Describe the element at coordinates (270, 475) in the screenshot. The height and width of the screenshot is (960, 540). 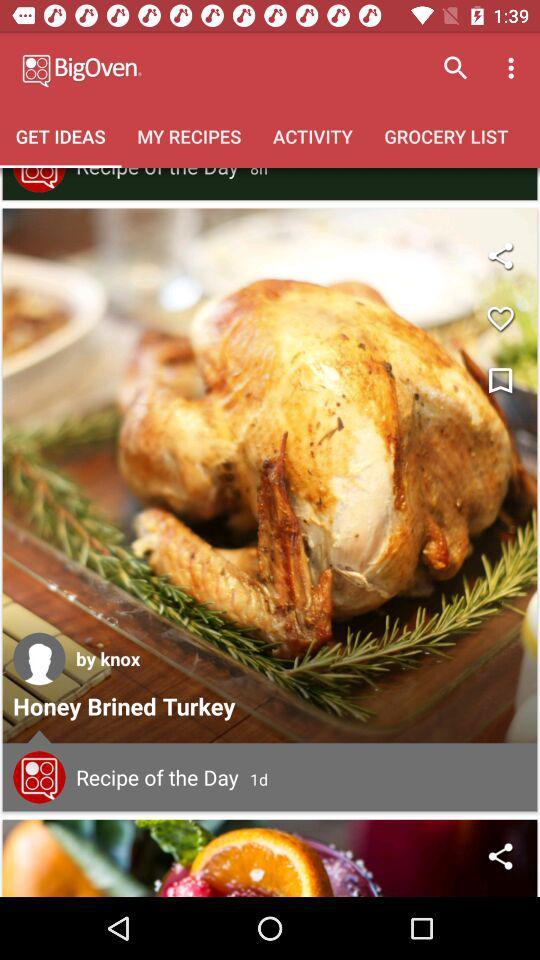
I see `image button` at that location.